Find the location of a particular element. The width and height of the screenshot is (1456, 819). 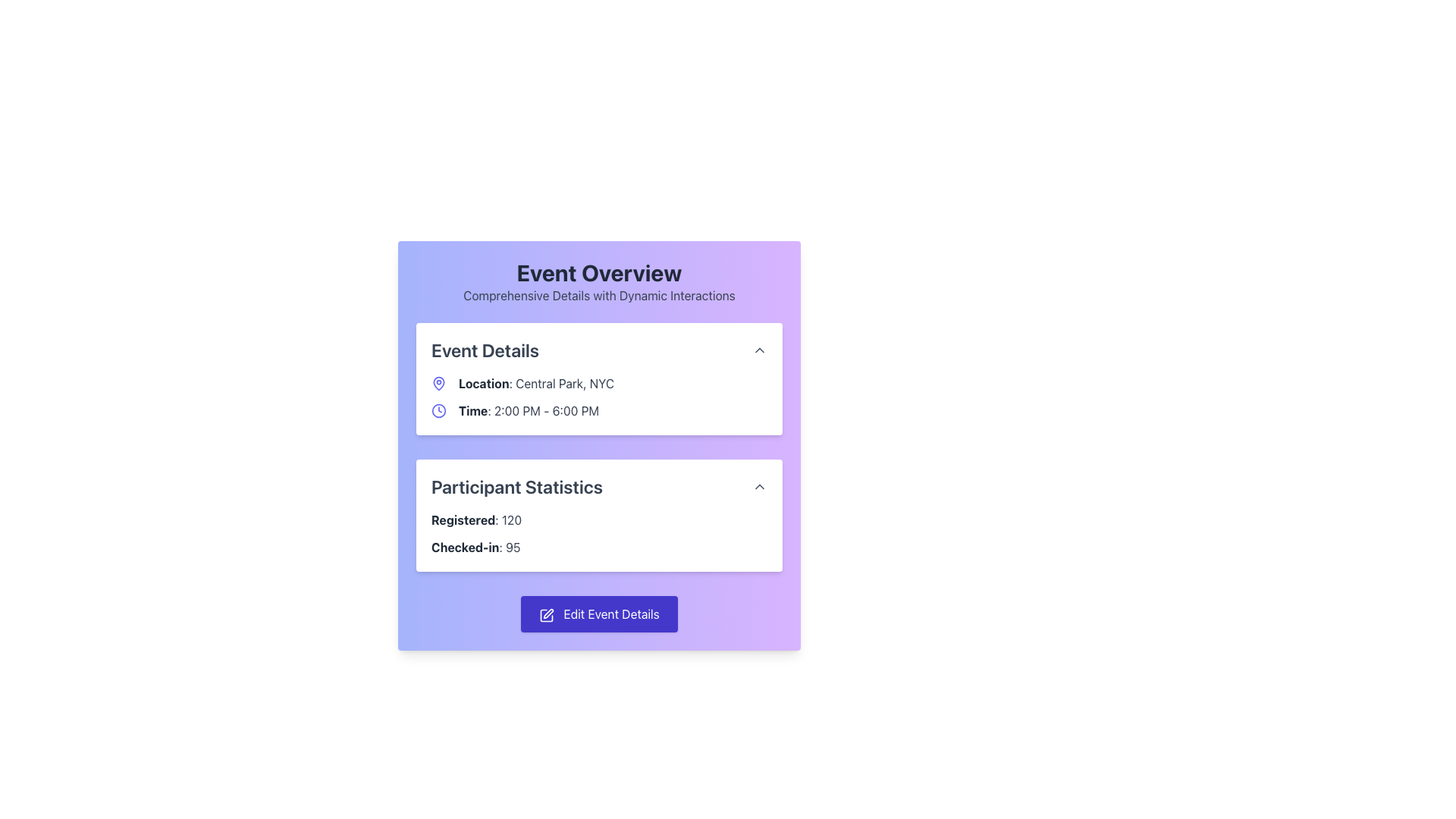

the text label indicating 'Checked-in' count located in the 'Participant Statistics' section, which precedes the number '95' is located at coordinates (464, 547).